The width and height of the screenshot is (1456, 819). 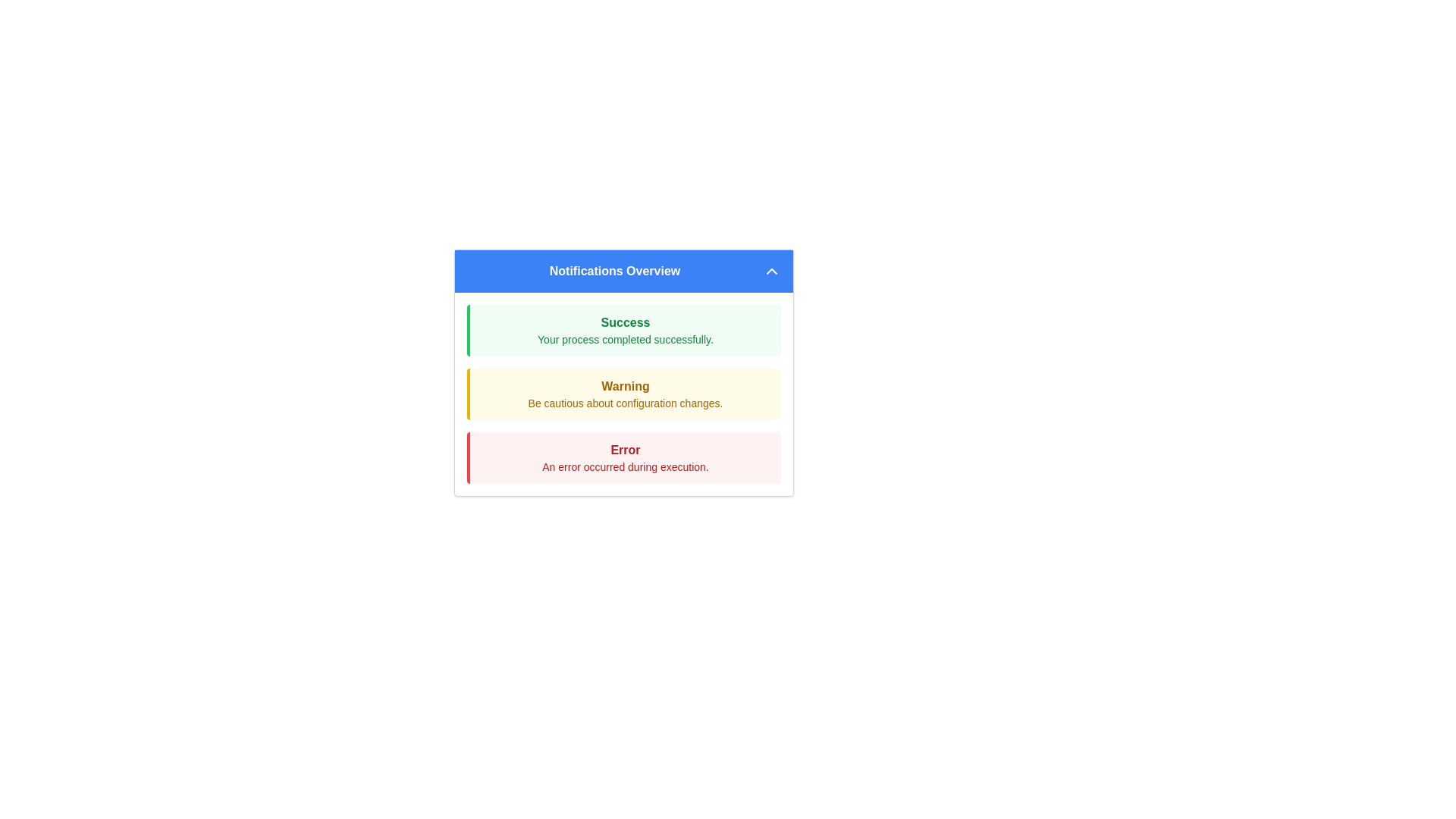 I want to click on the 'Success' text label on the green background, which indicates a successful notification at the top of the card, so click(x=626, y=322).